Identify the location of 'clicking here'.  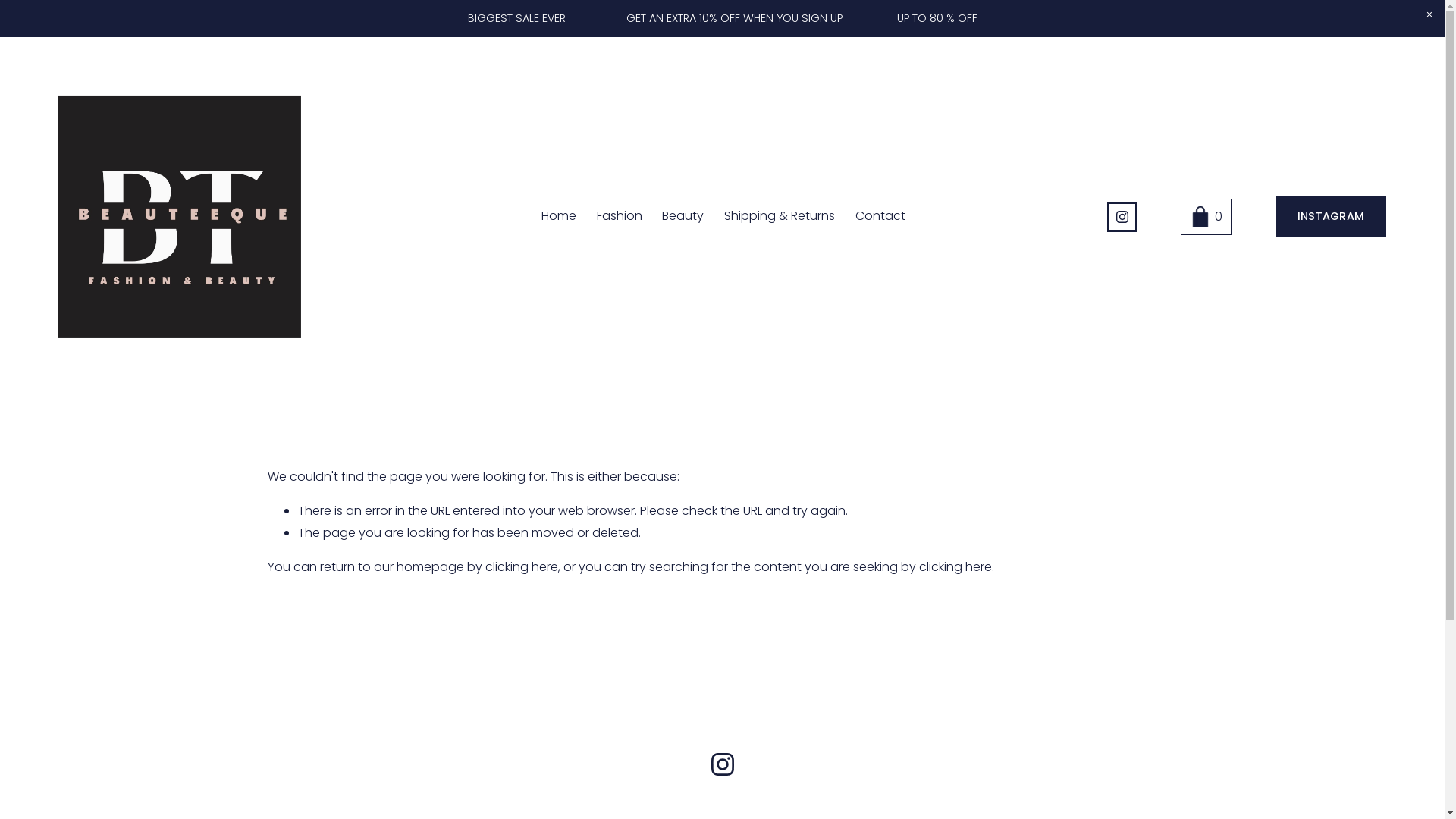
(521, 566).